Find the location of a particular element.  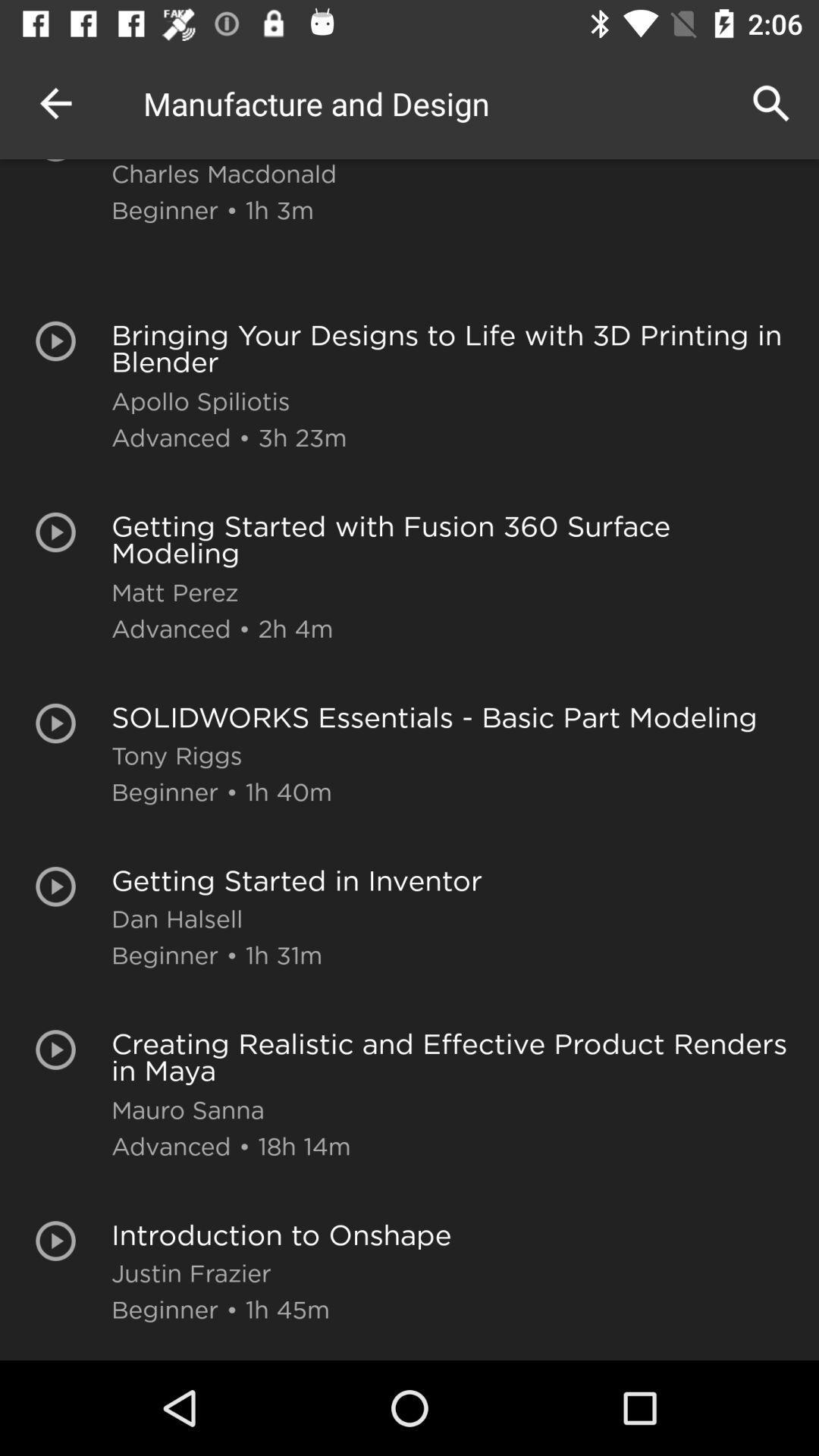

the icon at the top right corner is located at coordinates (771, 102).